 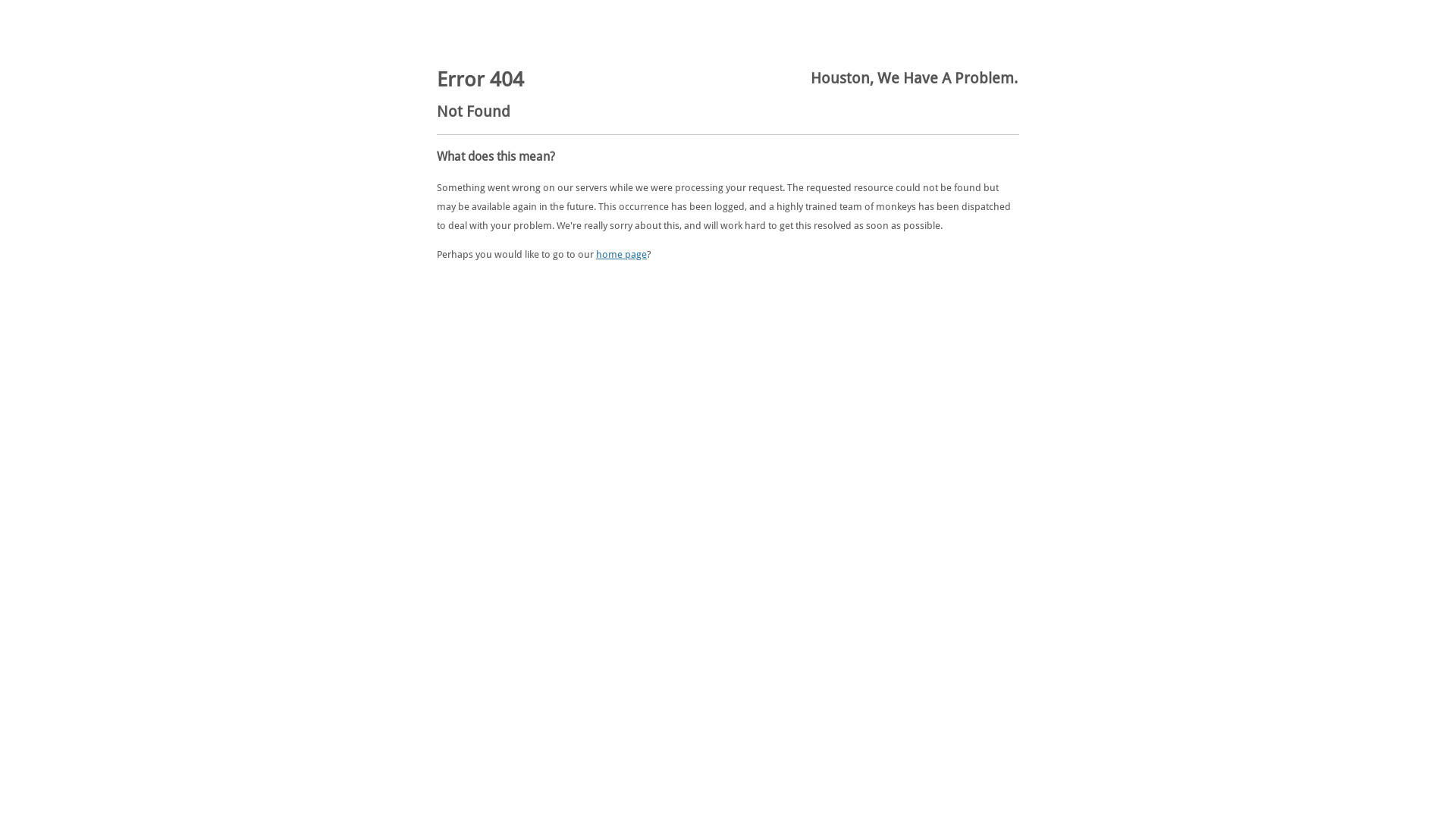 What do you see at coordinates (595, 253) in the screenshot?
I see `'home page'` at bounding box center [595, 253].